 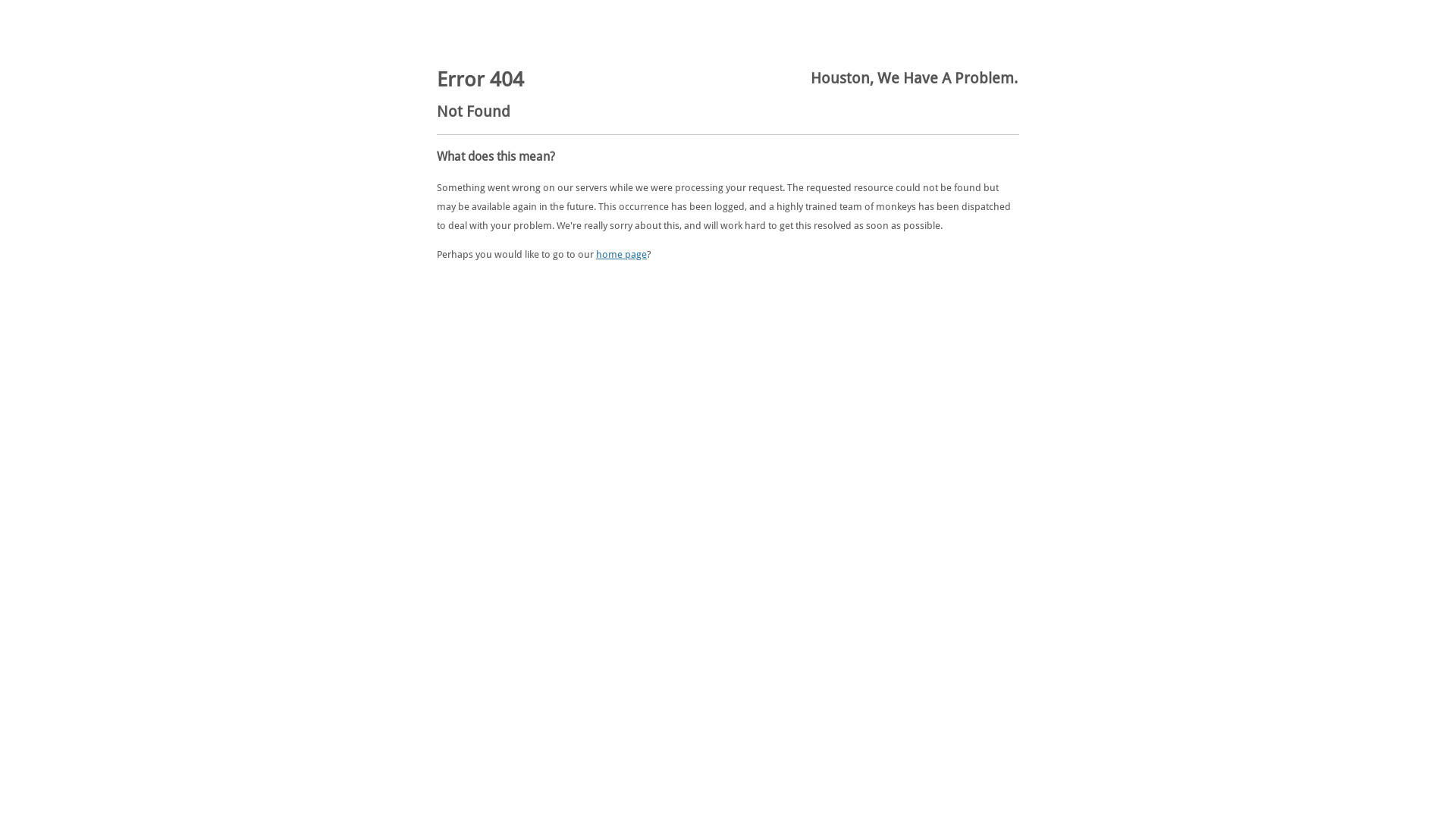 What do you see at coordinates (595, 253) in the screenshot?
I see `'home page'` at bounding box center [595, 253].